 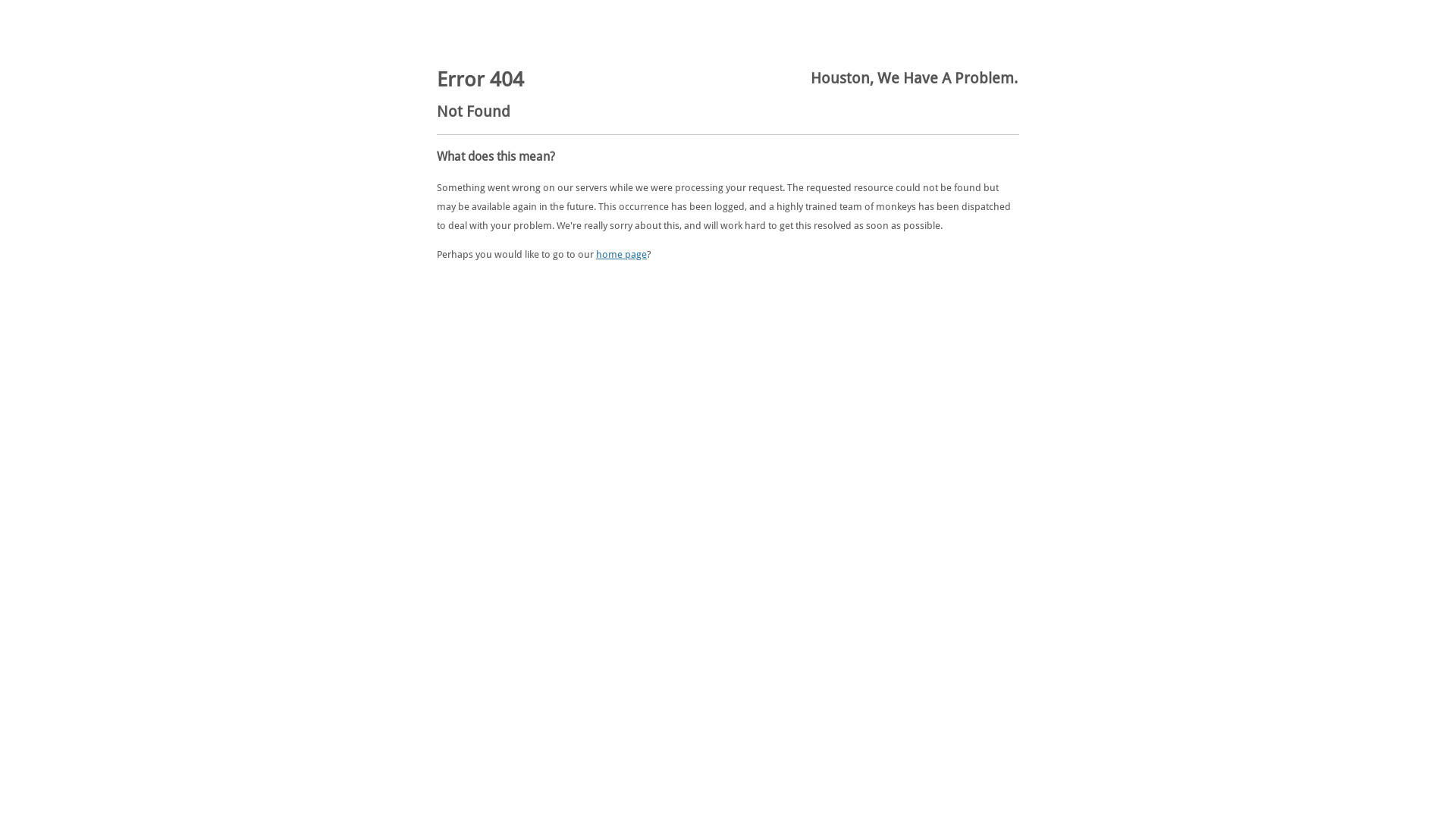 What do you see at coordinates (595, 253) in the screenshot?
I see `'home page'` at bounding box center [595, 253].